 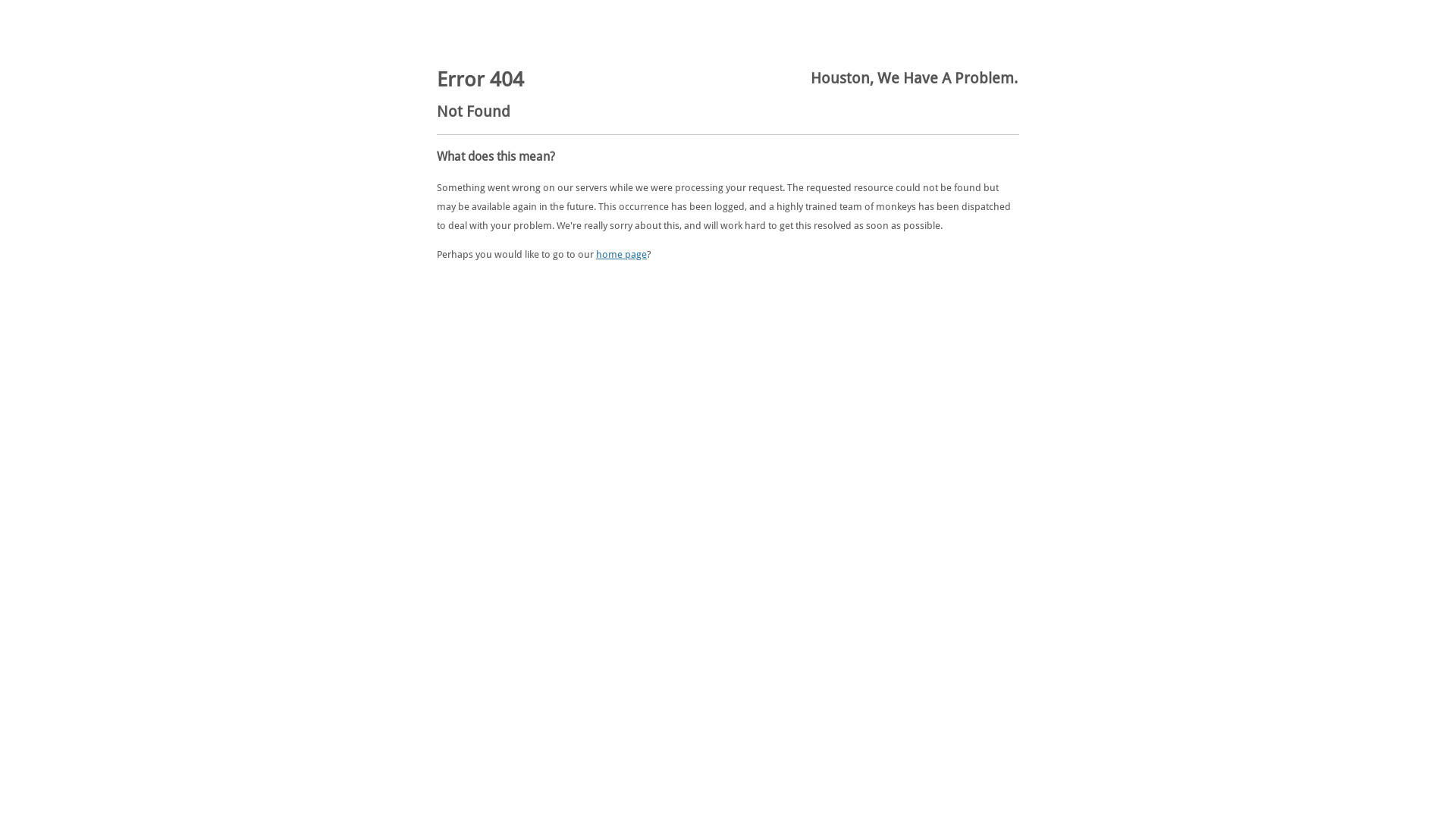 What do you see at coordinates (595, 253) in the screenshot?
I see `'home page'` at bounding box center [595, 253].